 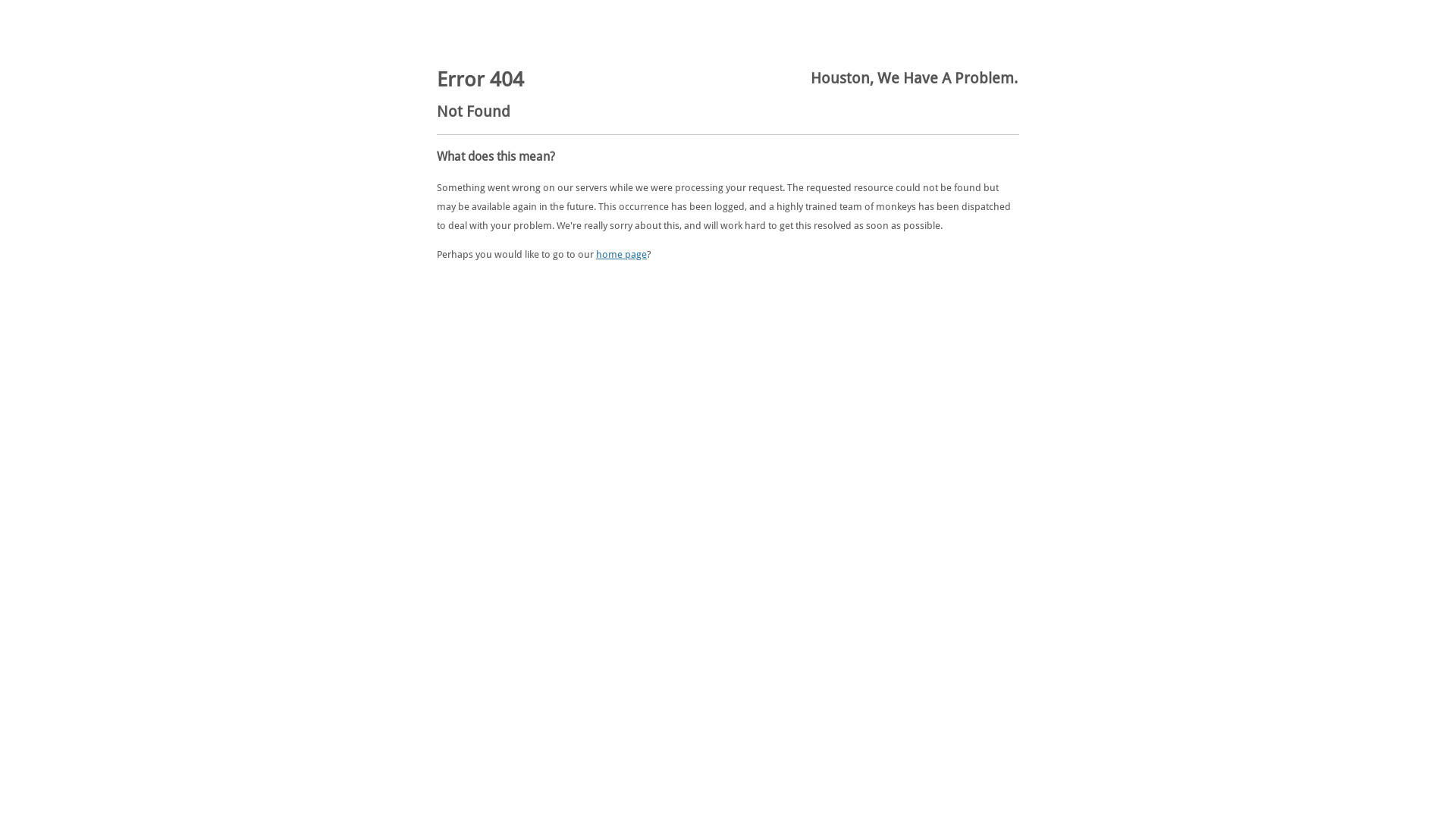 What do you see at coordinates (595, 253) in the screenshot?
I see `'home page'` at bounding box center [595, 253].